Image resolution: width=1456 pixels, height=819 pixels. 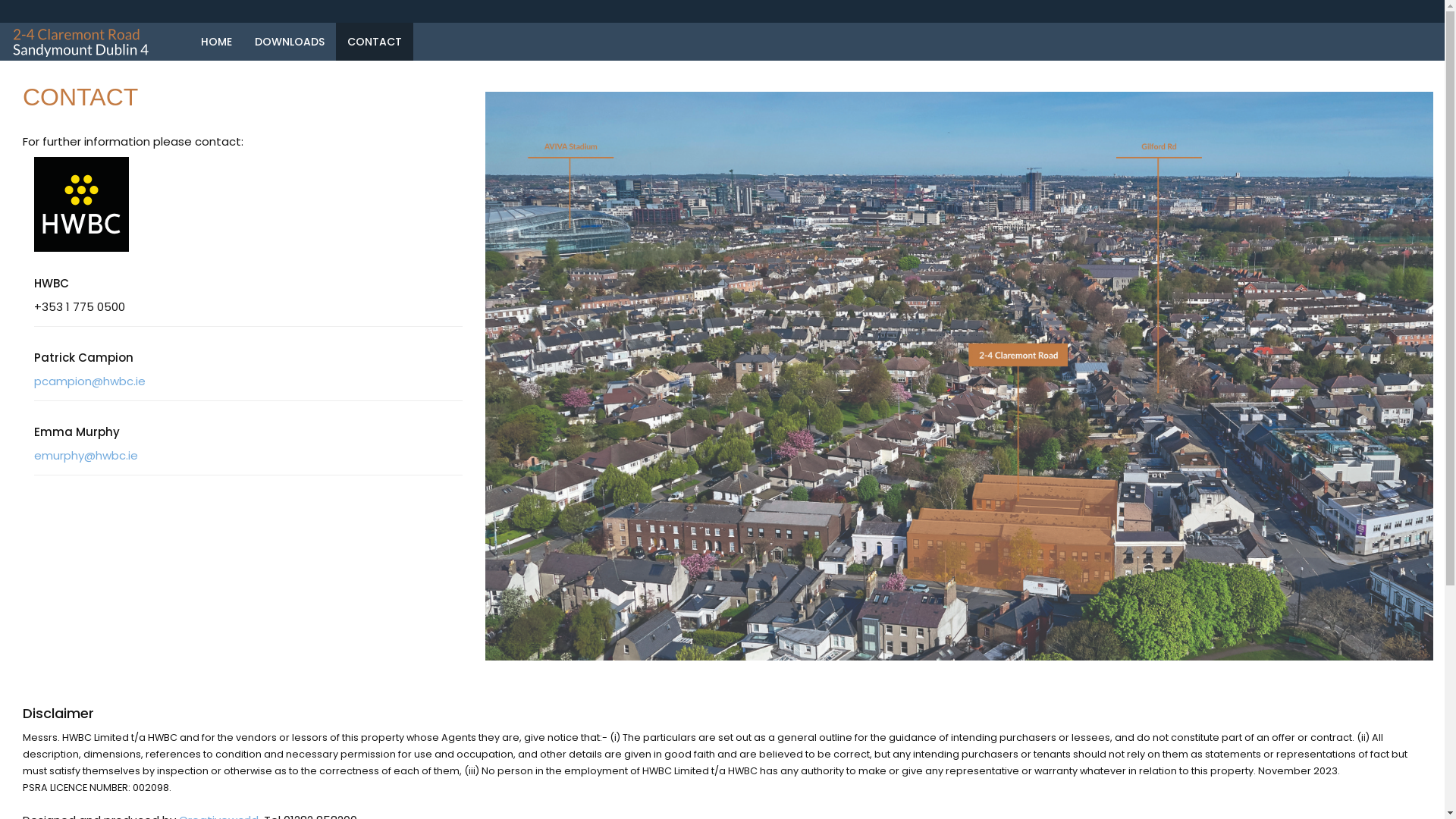 I want to click on 'CONTACT', so click(x=375, y=40).